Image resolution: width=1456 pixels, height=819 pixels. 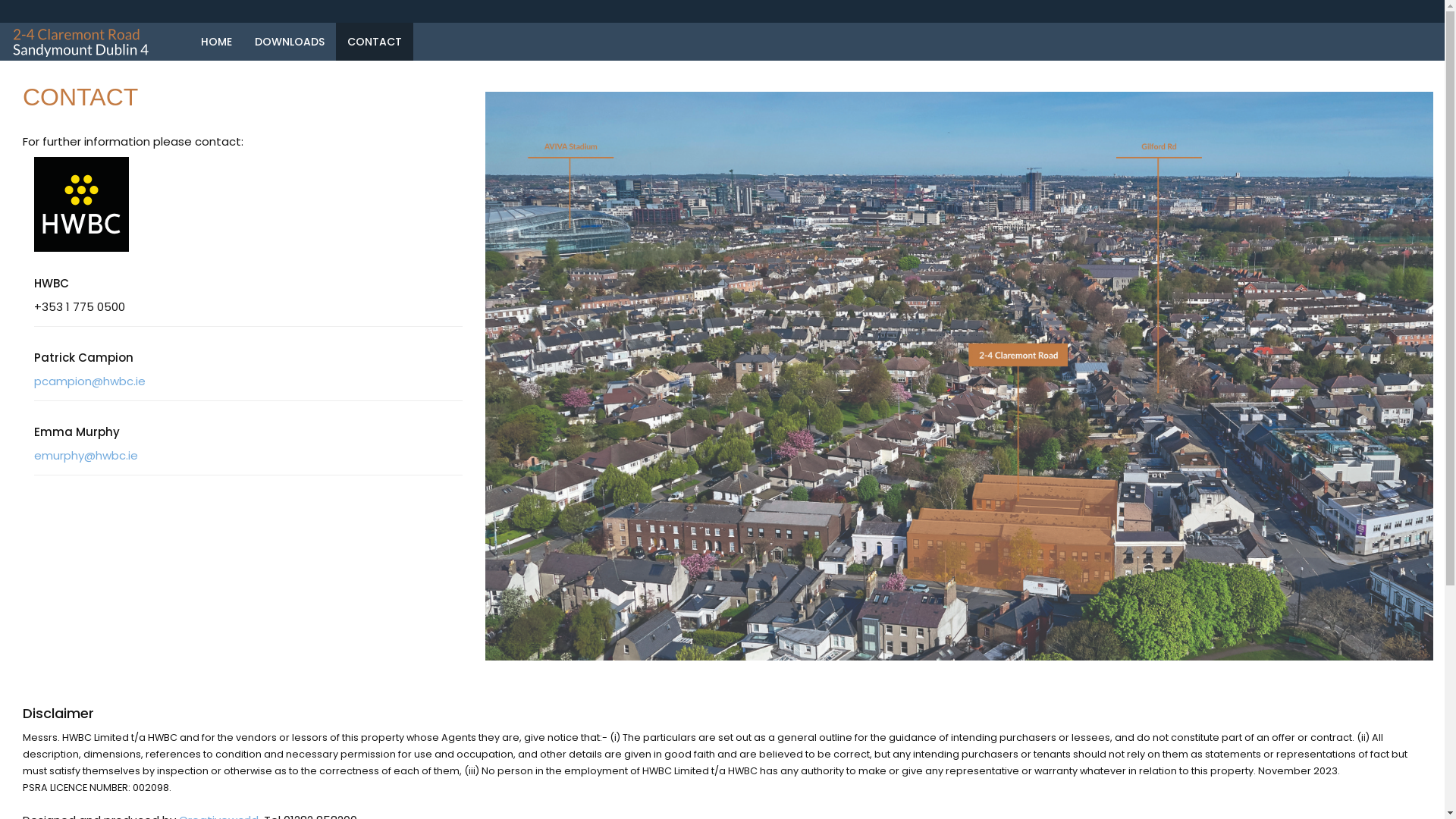 I want to click on 'CONTACT', so click(x=375, y=40).